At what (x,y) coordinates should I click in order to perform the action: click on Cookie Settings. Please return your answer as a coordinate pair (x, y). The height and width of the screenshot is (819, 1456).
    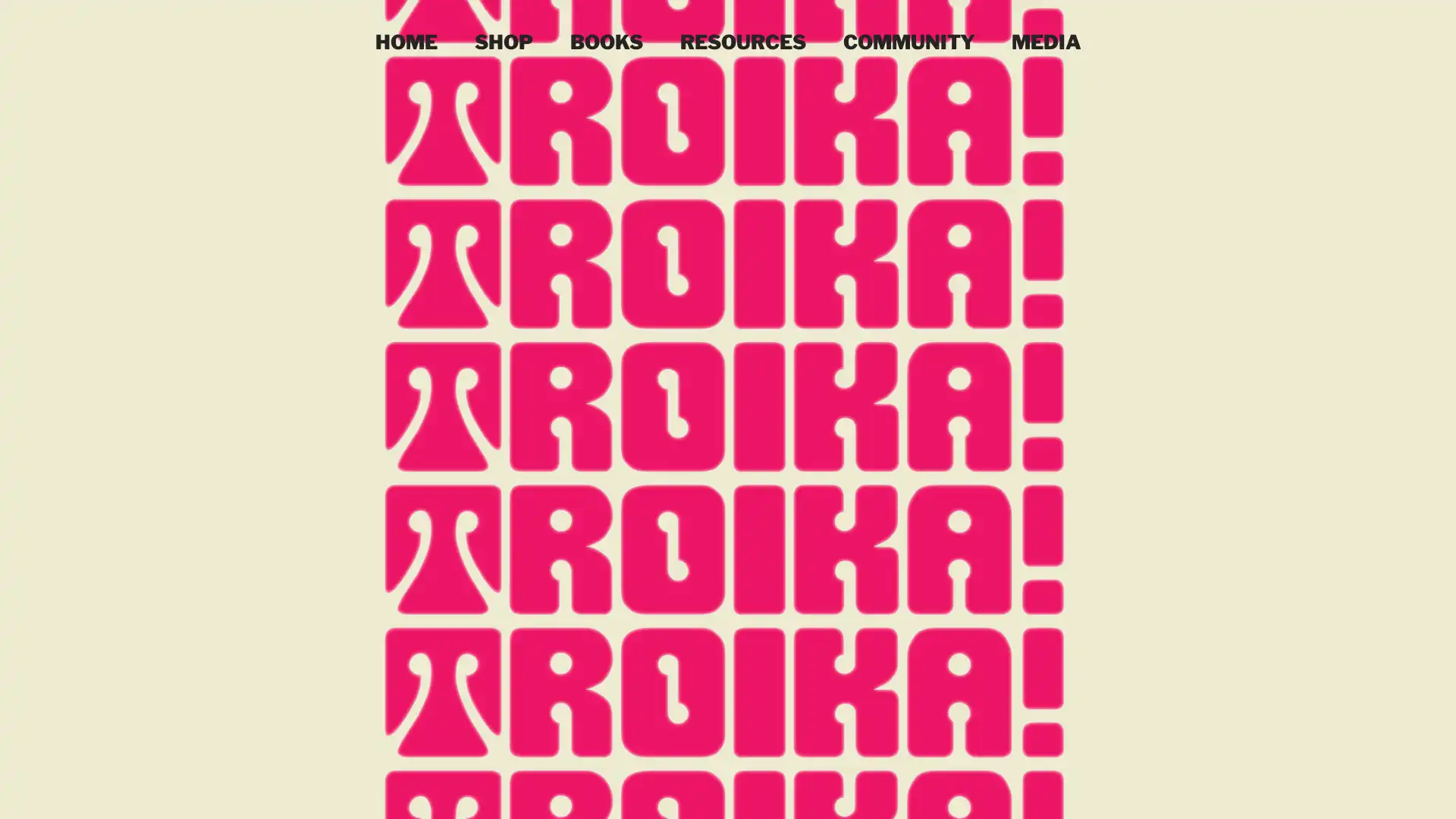
    Looking at the image, I should click on (1291, 792).